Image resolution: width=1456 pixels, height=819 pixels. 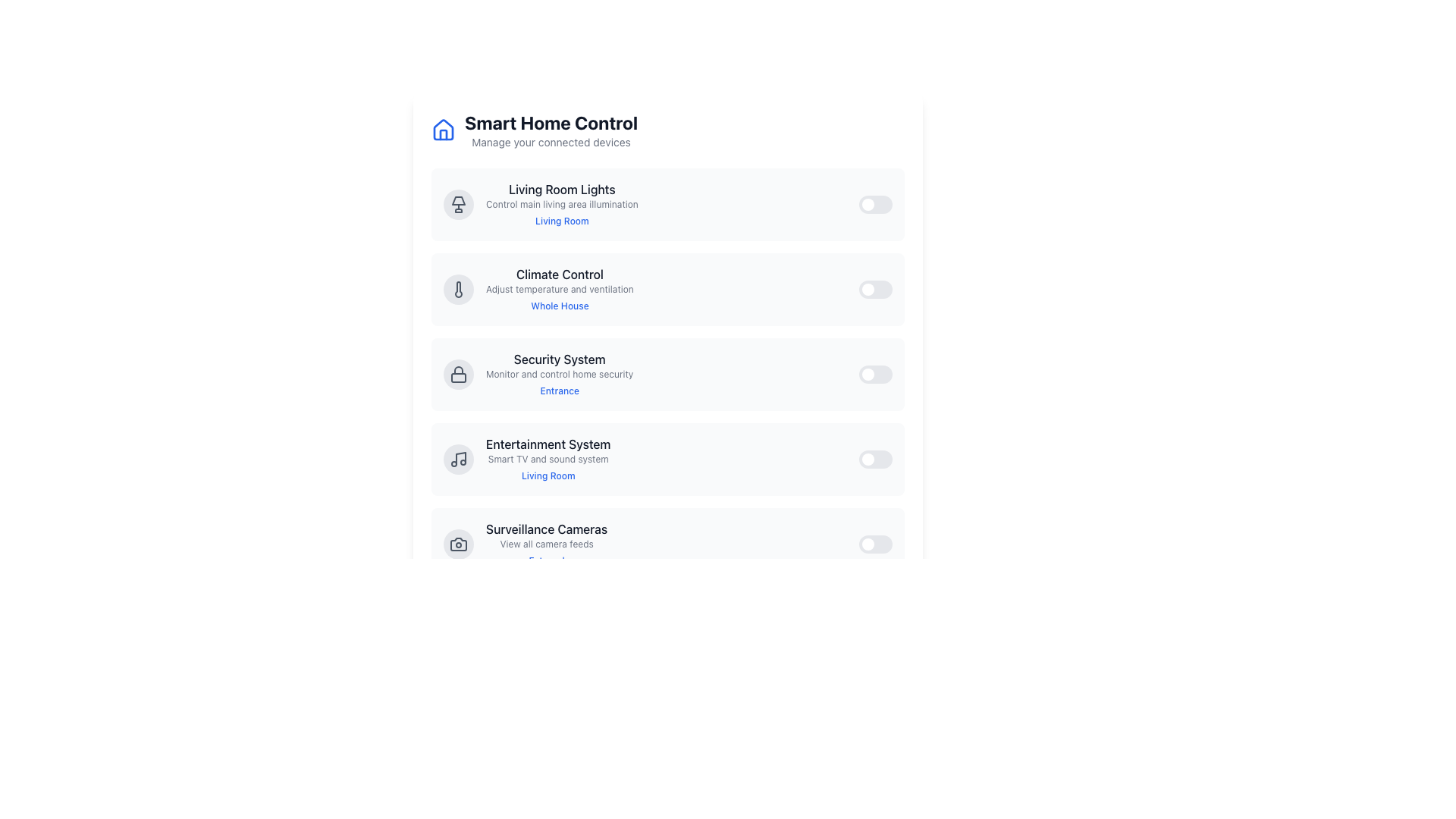 I want to click on the 'Climate Control' icon, which is located on the left side of the 'Climate Control' section, directly to the left of the associated text, so click(x=457, y=289).